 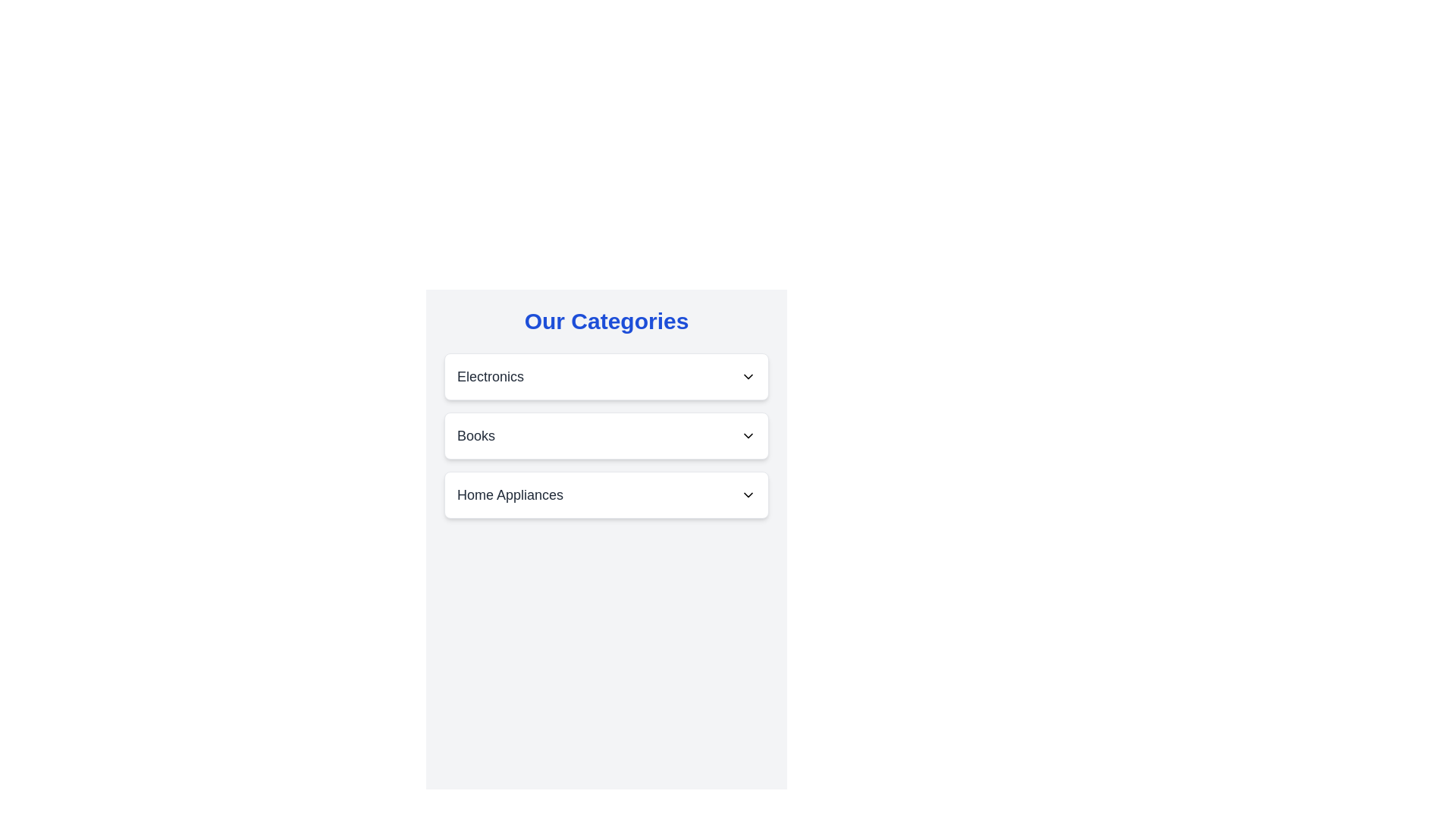 I want to click on text label displaying 'Books' located in the middle dropdown of three vertically aligned dropdowns, so click(x=475, y=435).